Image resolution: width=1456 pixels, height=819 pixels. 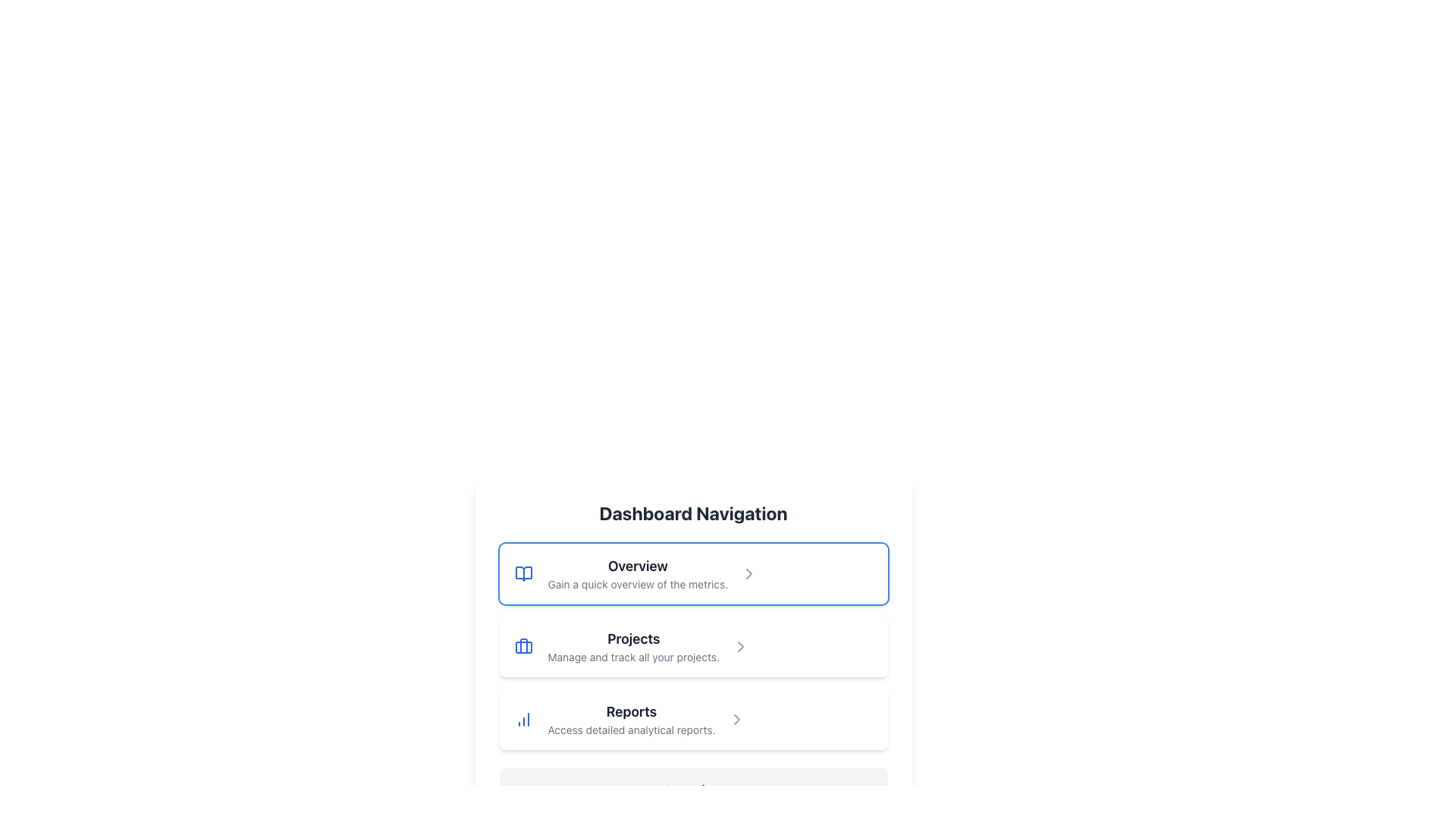 I want to click on the 'Reports' text label, so click(x=632, y=718).